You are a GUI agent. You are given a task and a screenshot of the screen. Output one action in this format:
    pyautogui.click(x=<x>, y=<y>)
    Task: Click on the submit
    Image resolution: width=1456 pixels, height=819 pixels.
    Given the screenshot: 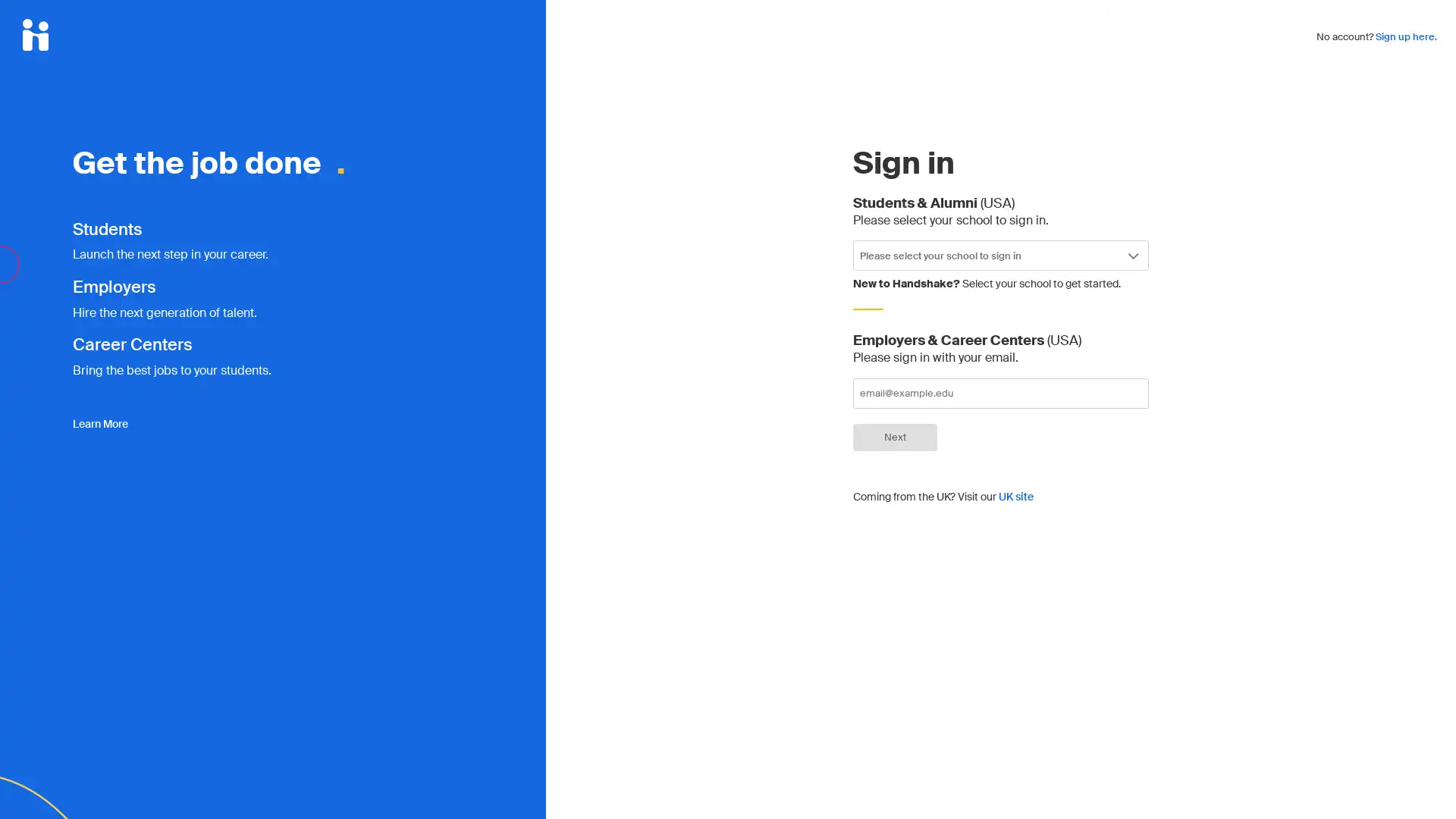 What is the action you would take?
    pyautogui.click(x=895, y=437)
    